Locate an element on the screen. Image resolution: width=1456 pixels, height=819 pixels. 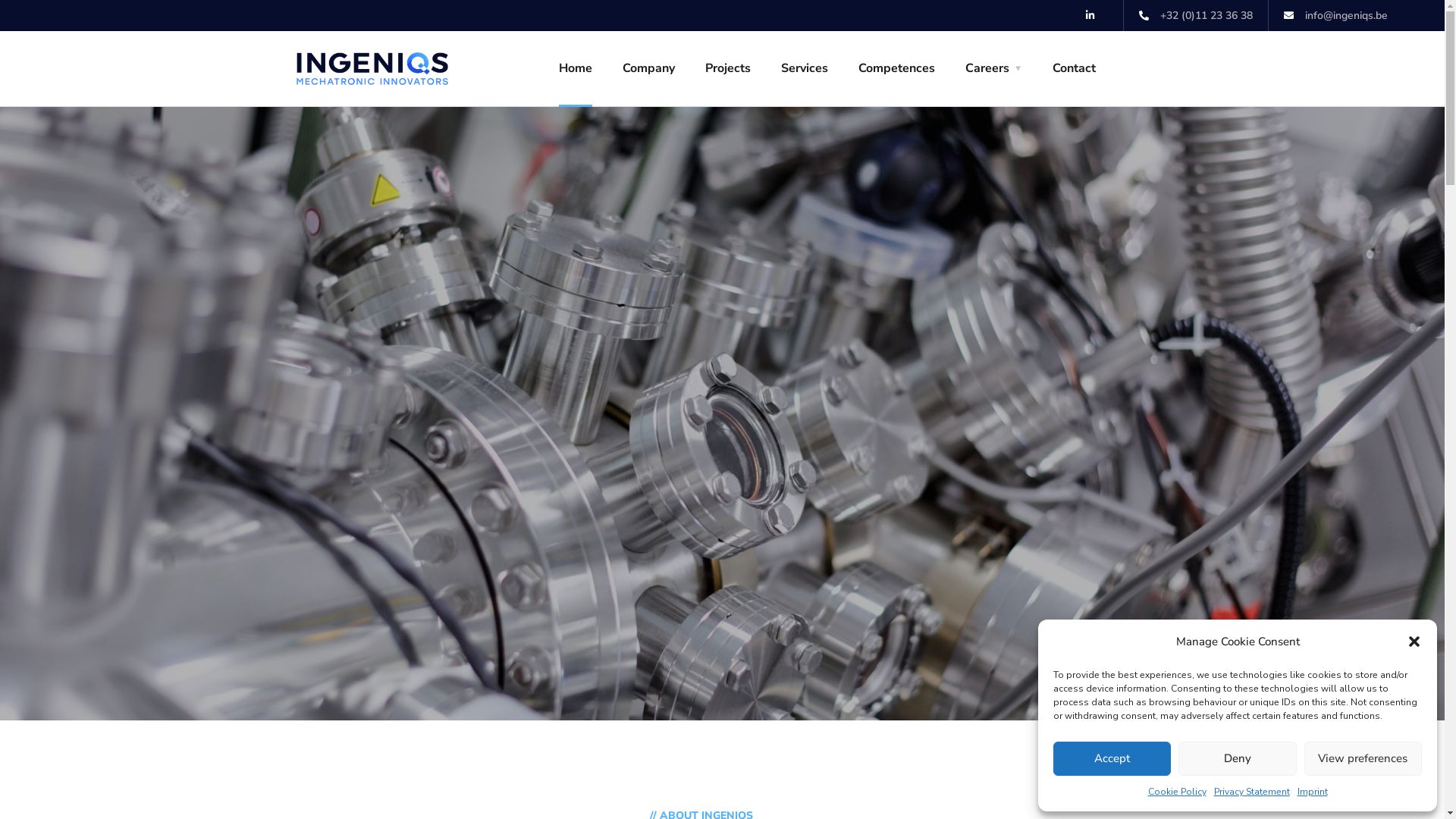
'info@ingeniqs.be' is located at coordinates (1335, 15).